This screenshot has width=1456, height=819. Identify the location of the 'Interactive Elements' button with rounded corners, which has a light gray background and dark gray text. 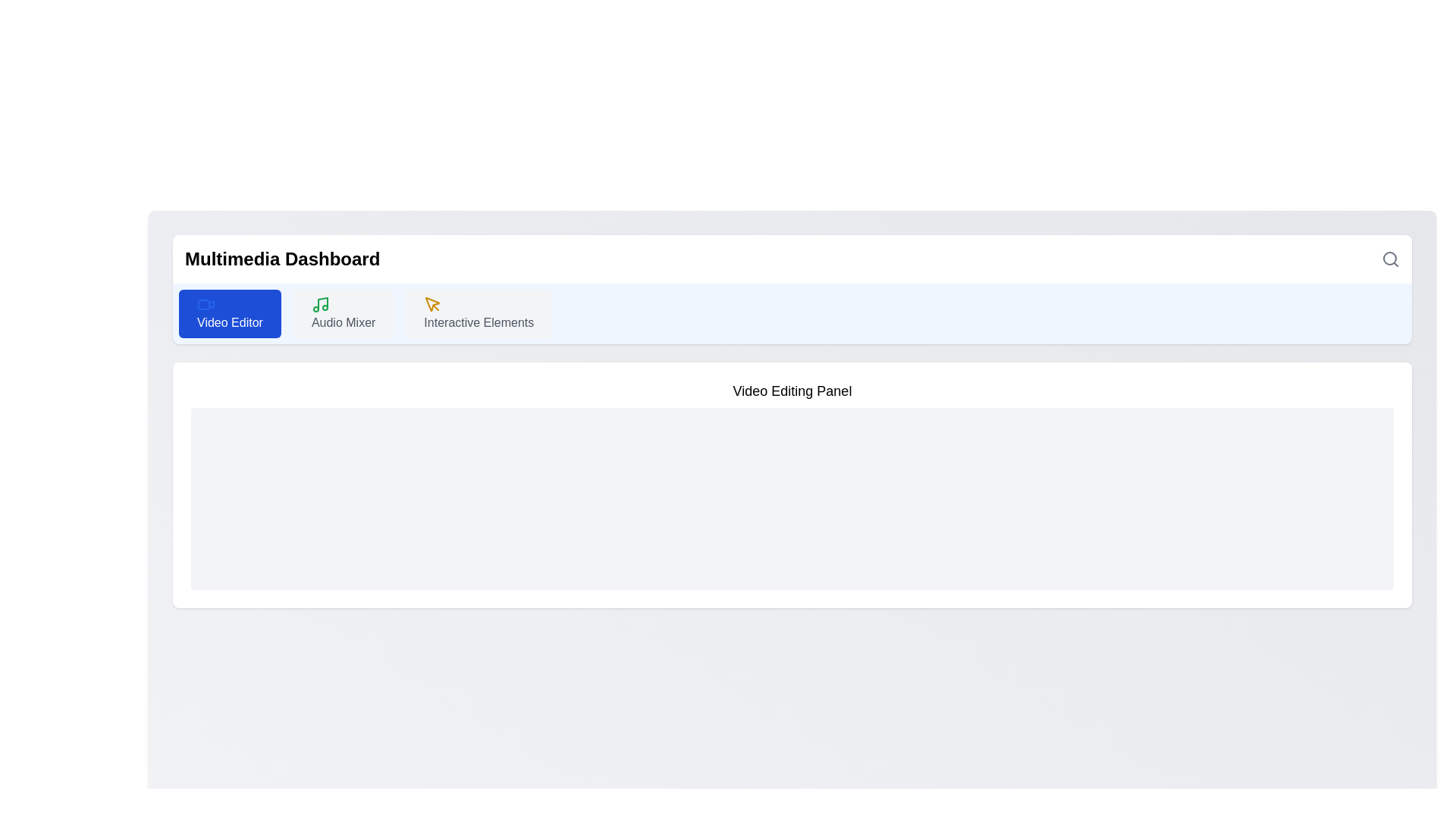
(478, 312).